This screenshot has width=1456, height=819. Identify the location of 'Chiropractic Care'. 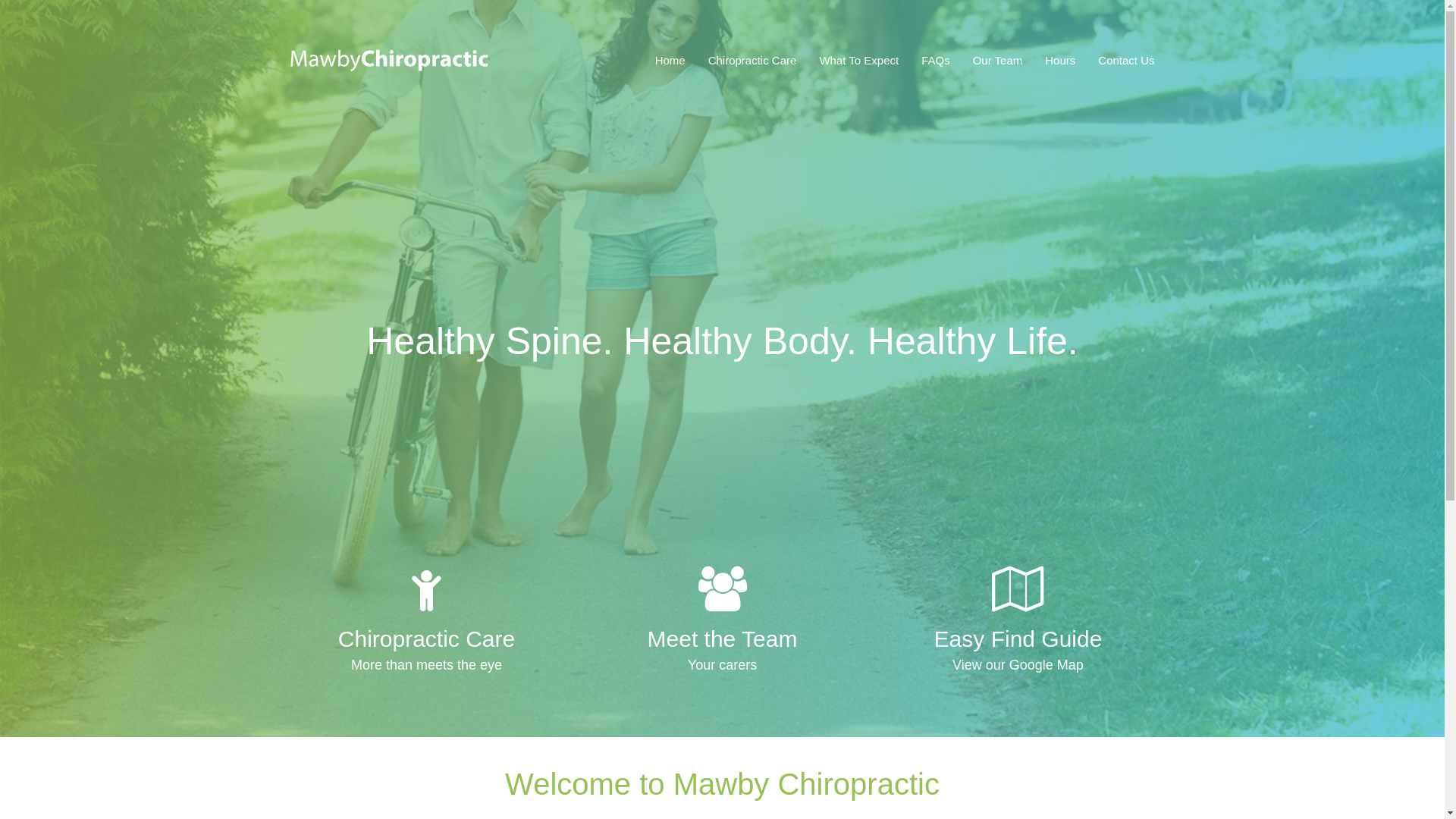
(752, 60).